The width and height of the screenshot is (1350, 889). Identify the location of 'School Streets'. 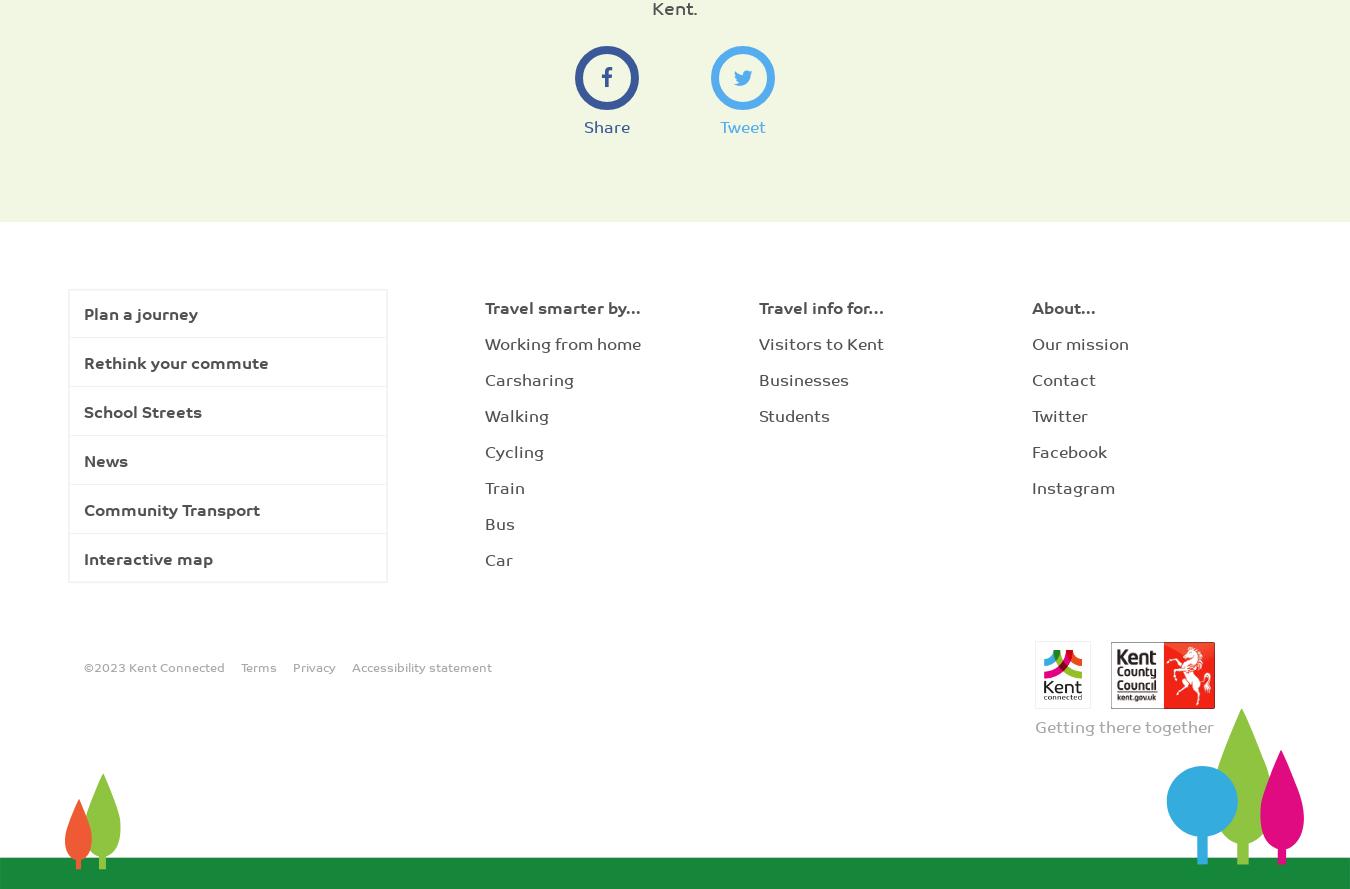
(142, 410).